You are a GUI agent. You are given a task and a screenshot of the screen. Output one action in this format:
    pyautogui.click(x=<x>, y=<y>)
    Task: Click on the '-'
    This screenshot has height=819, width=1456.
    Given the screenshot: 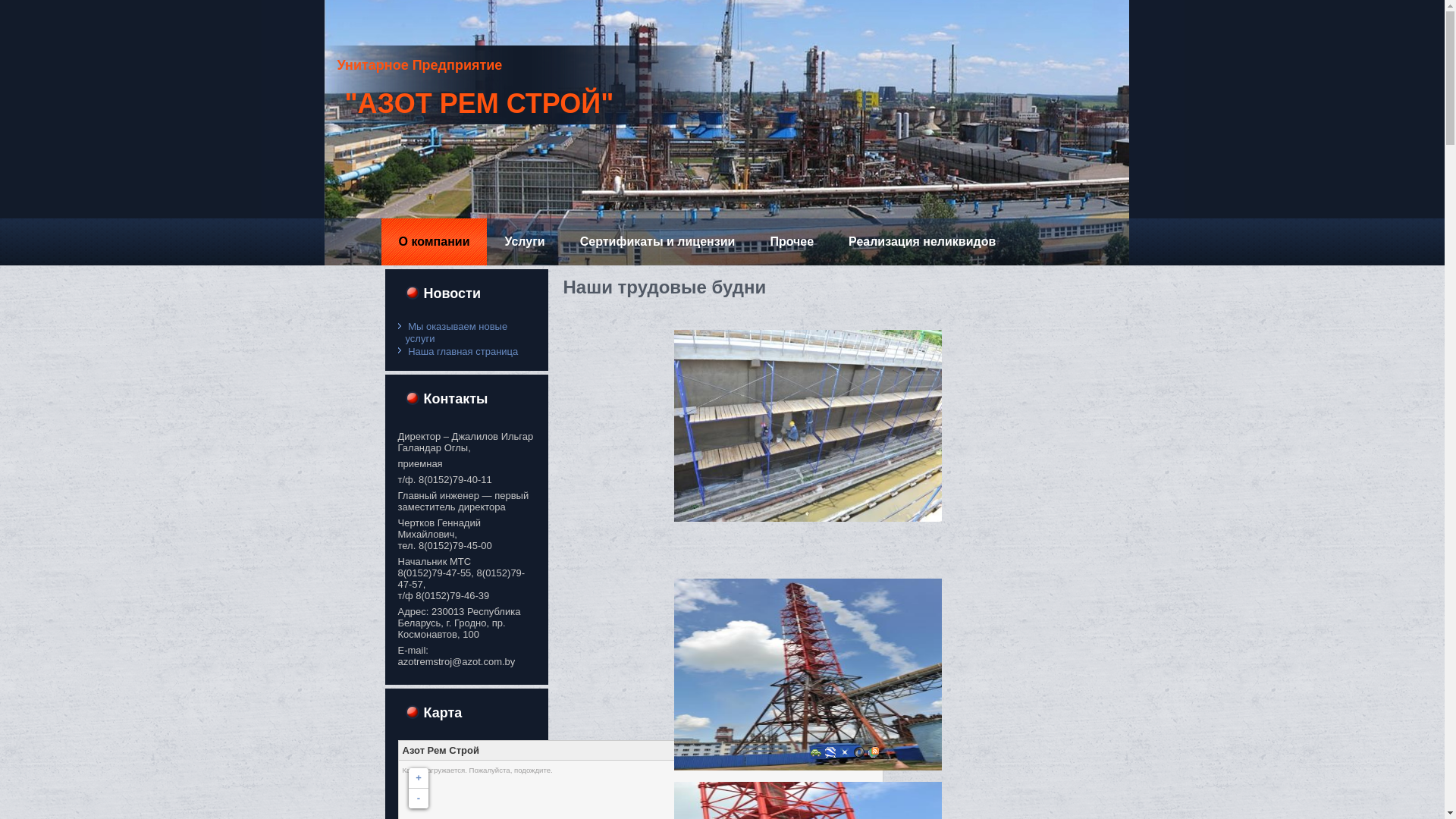 What is the action you would take?
    pyautogui.click(x=418, y=798)
    